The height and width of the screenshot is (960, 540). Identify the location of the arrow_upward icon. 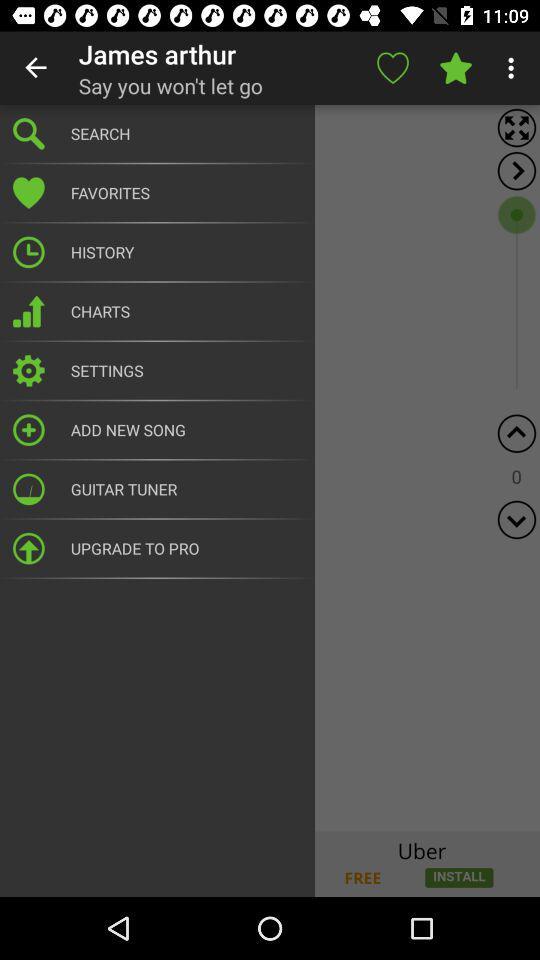
(516, 433).